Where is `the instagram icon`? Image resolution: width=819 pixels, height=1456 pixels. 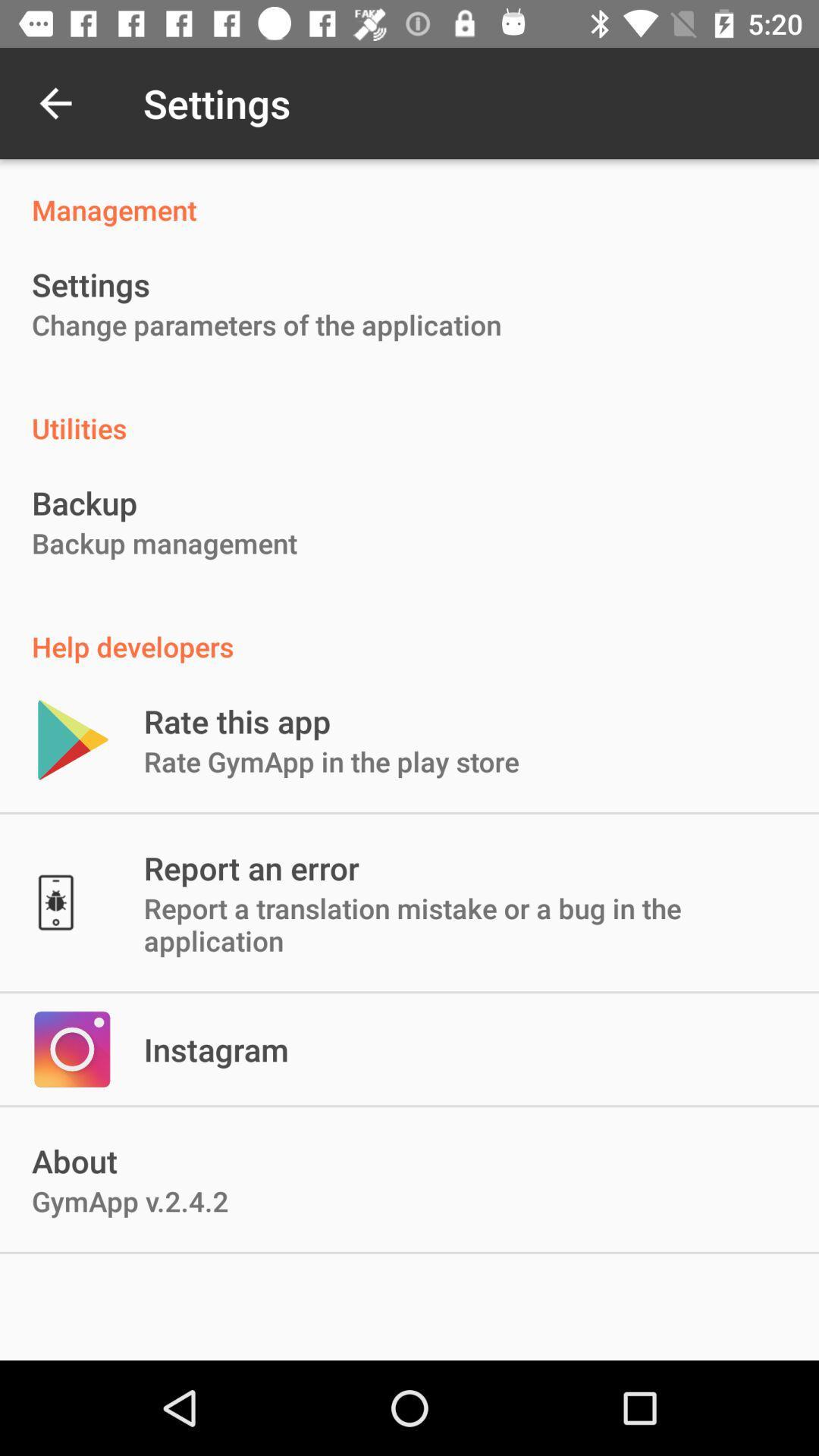
the instagram icon is located at coordinates (216, 1048).